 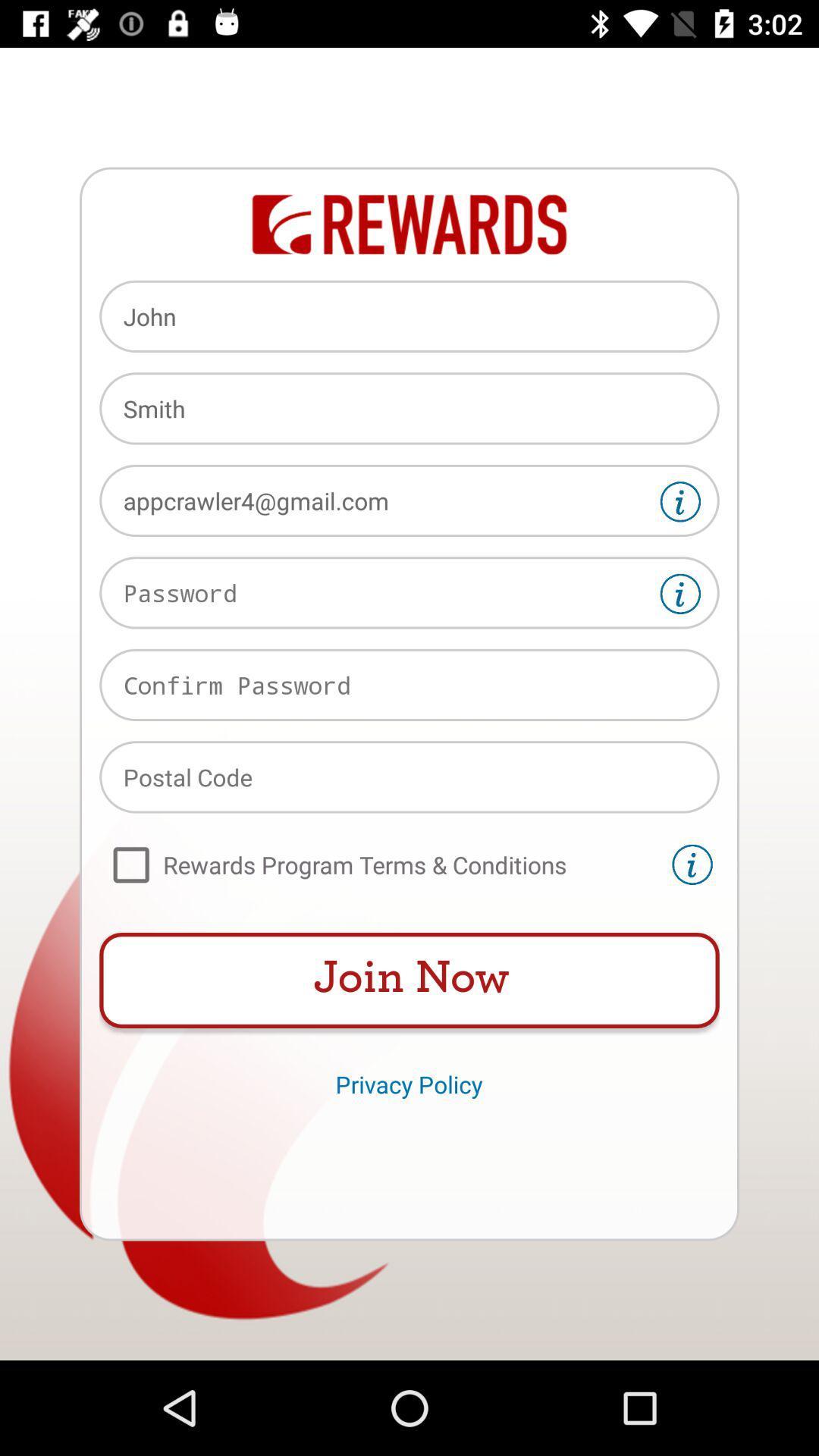 I want to click on icon below smith icon, so click(x=409, y=500).